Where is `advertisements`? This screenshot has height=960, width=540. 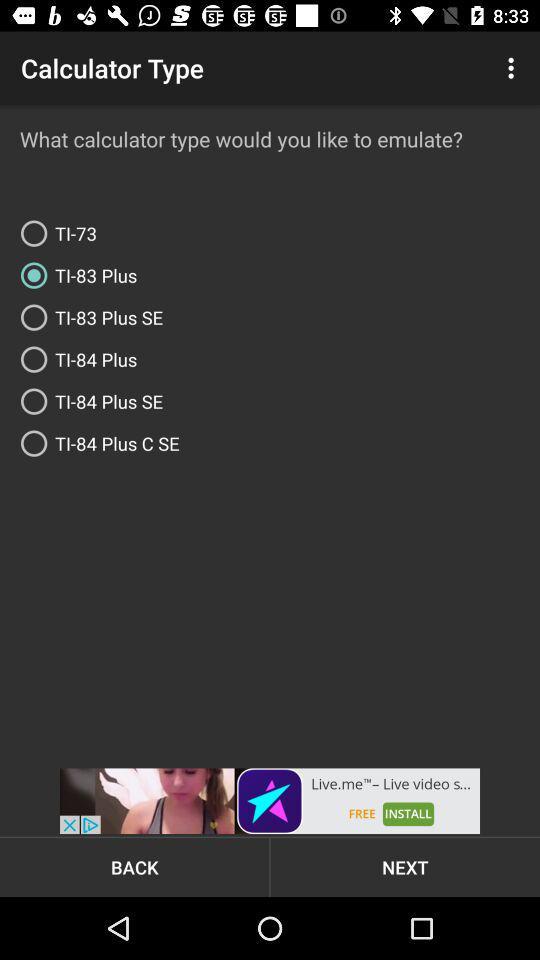
advertisements is located at coordinates (270, 801).